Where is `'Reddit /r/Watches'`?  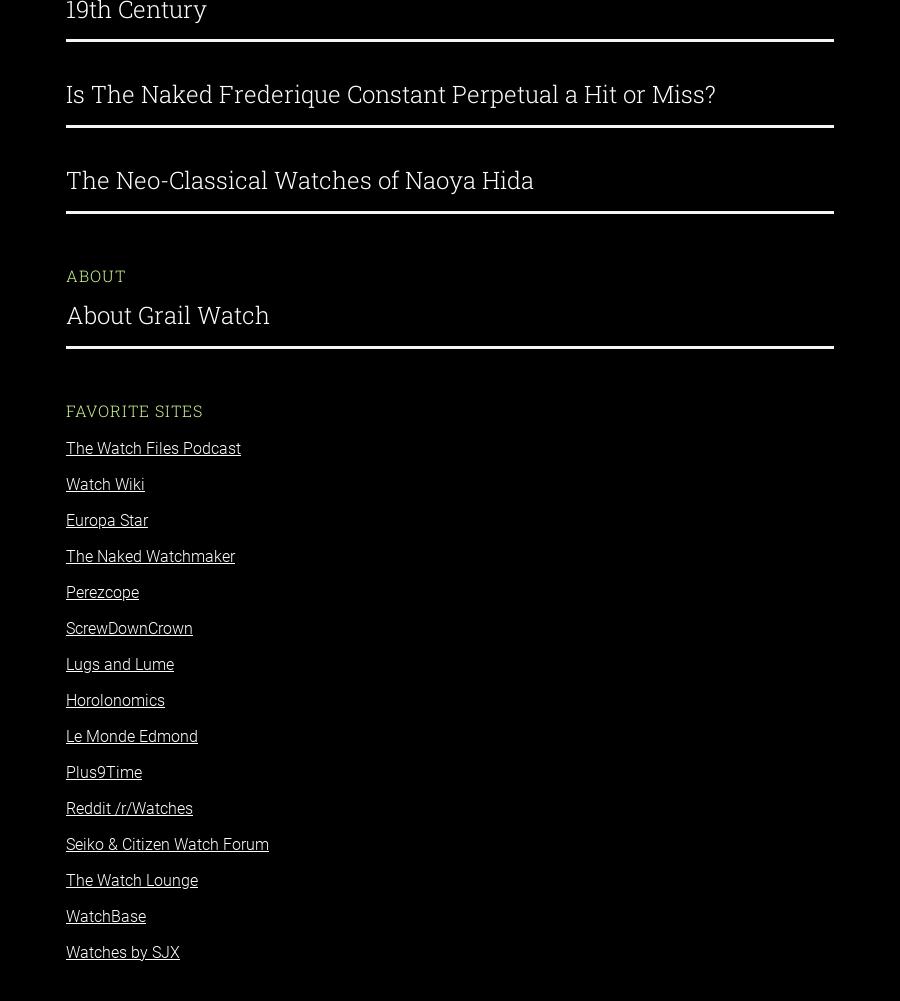
'Reddit /r/Watches' is located at coordinates (129, 790).